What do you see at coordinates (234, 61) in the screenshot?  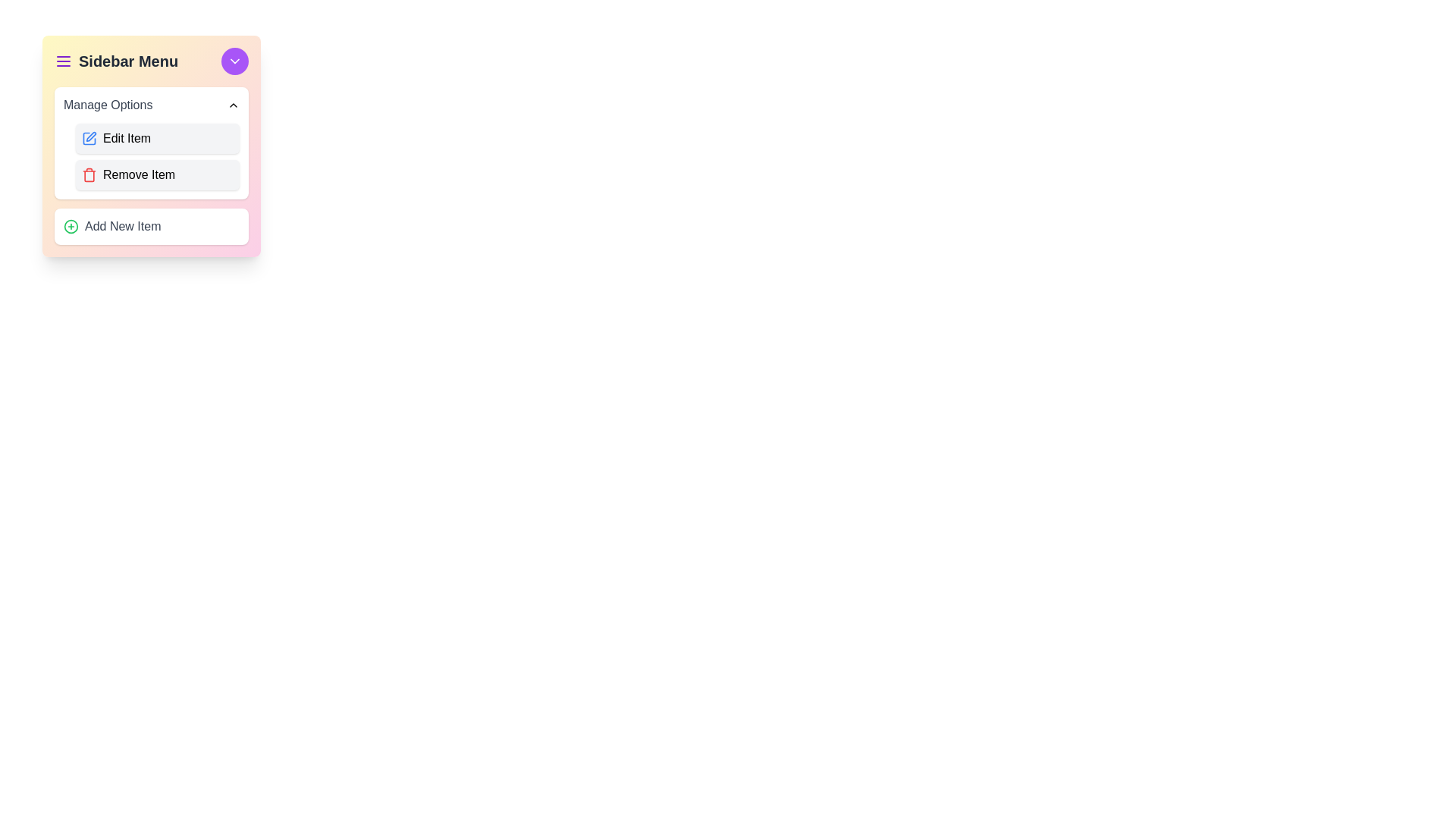 I see `the downward chevron icon inside the purple circular button at the top-right corner of the sidebar menu` at bounding box center [234, 61].